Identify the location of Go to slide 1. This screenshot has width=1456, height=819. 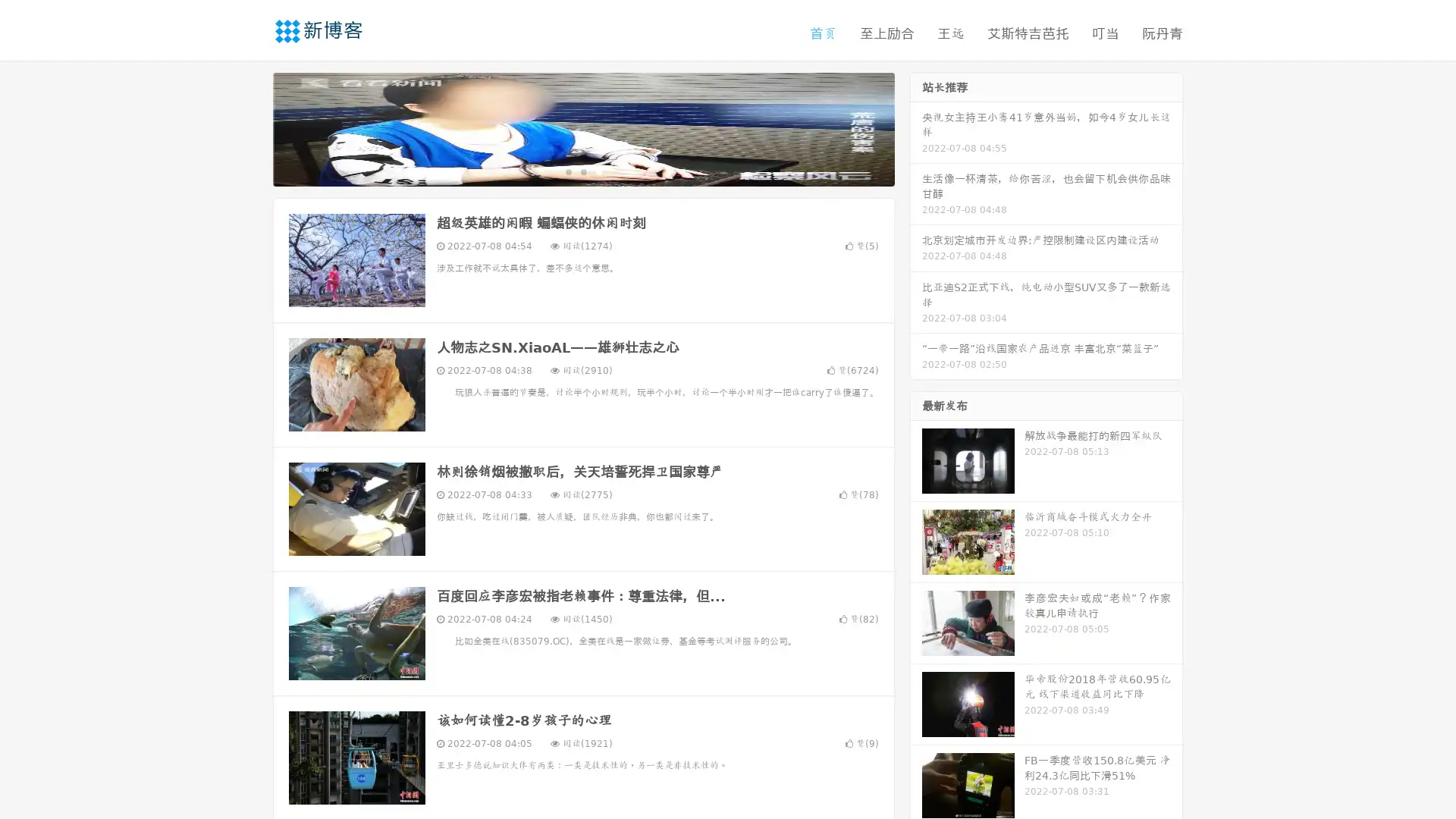
(567, 171).